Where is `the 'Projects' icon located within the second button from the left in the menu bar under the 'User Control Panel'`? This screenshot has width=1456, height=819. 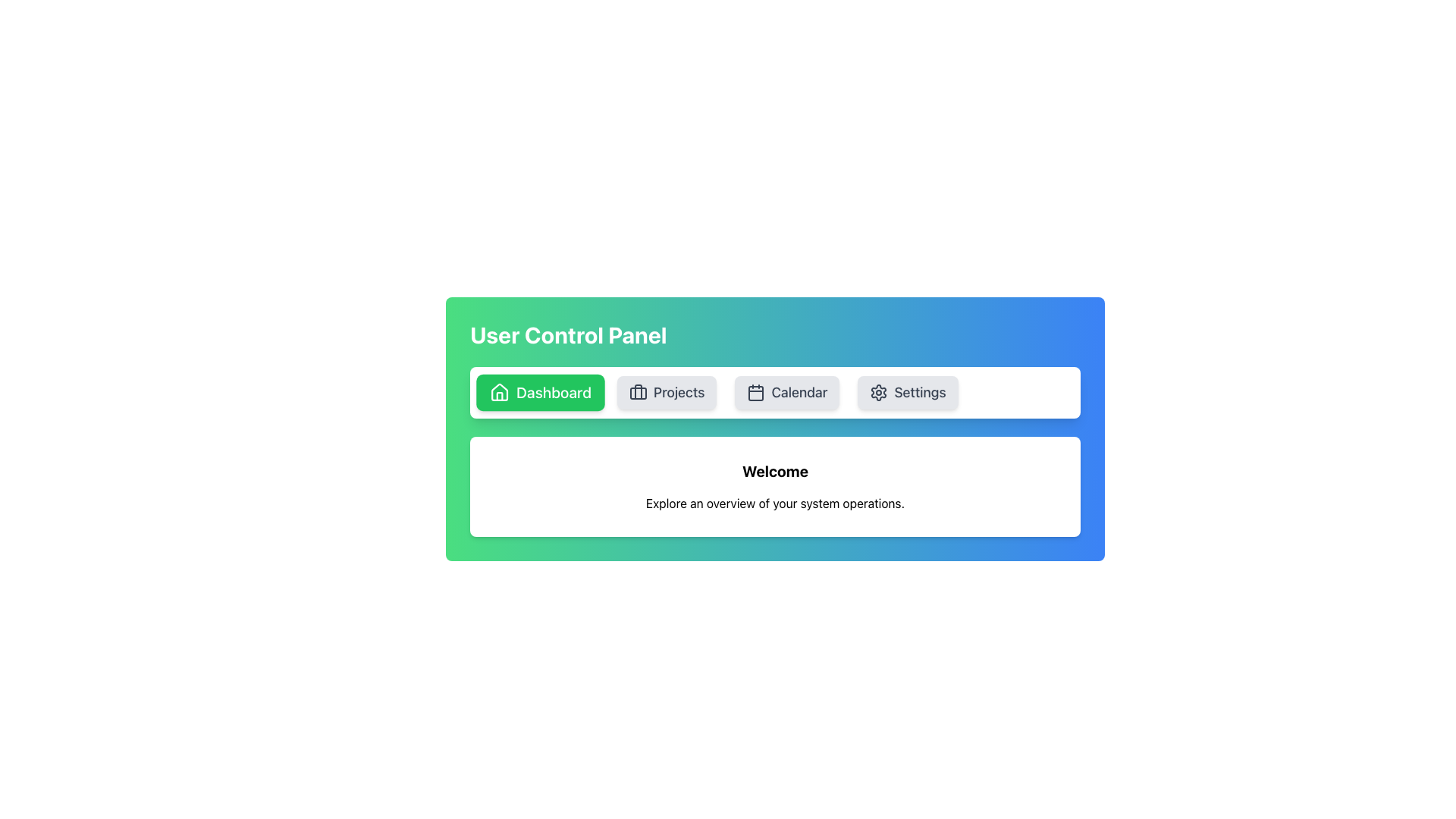 the 'Projects' icon located within the second button from the left in the menu bar under the 'User Control Panel' is located at coordinates (638, 391).